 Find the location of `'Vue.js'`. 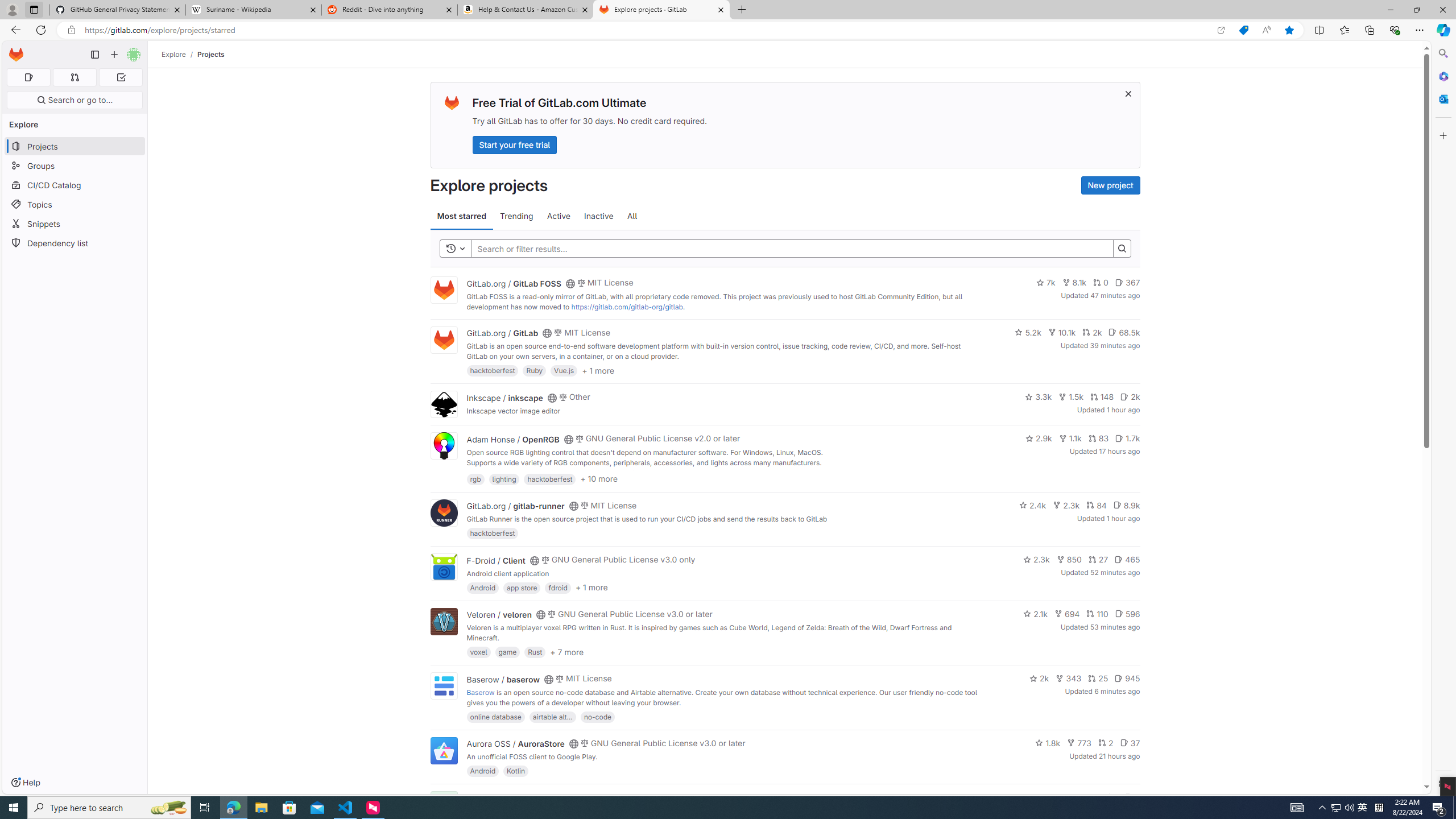

'Vue.js' is located at coordinates (564, 370).